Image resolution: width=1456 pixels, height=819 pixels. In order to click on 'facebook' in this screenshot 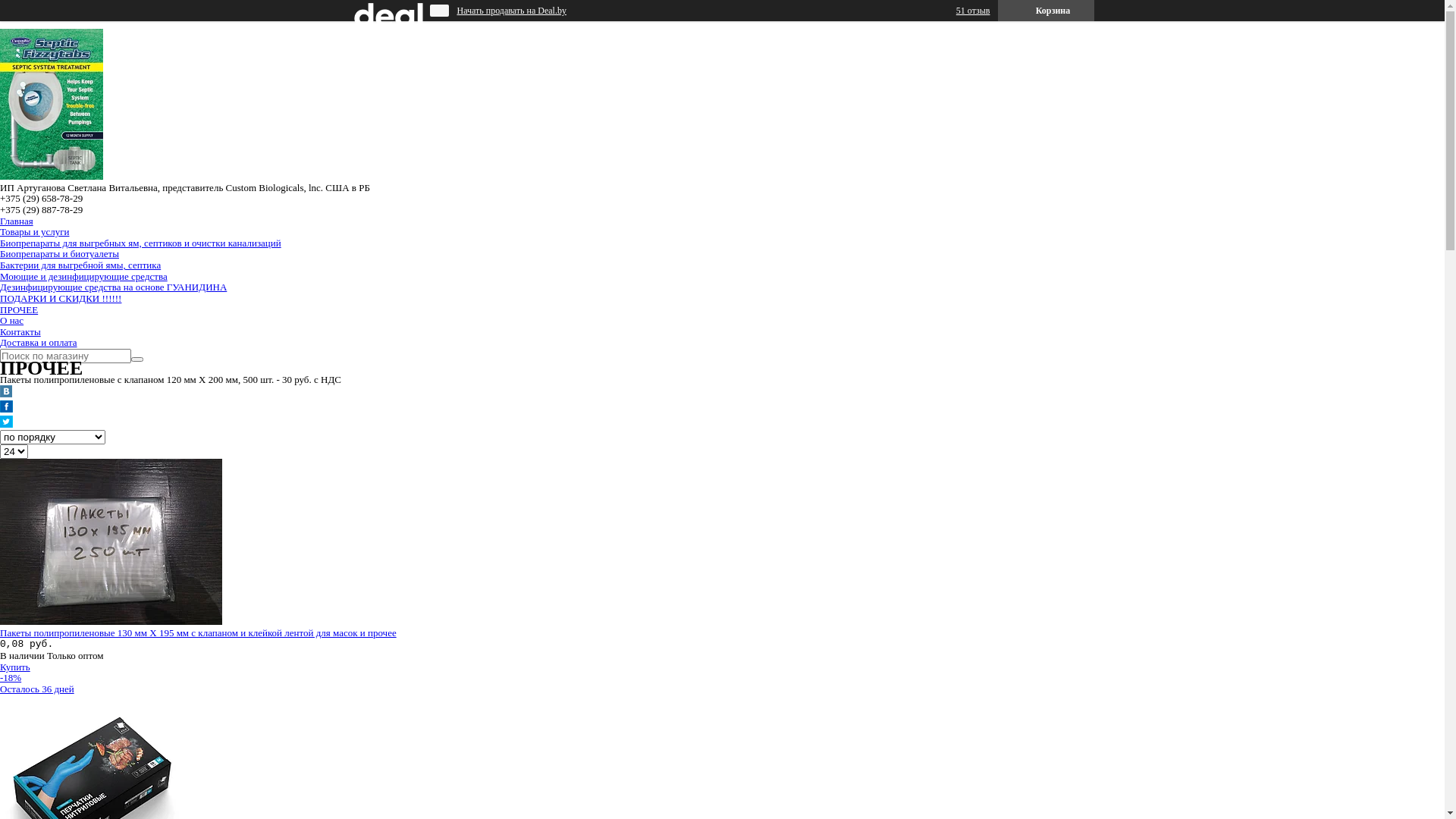, I will do `click(6, 408)`.